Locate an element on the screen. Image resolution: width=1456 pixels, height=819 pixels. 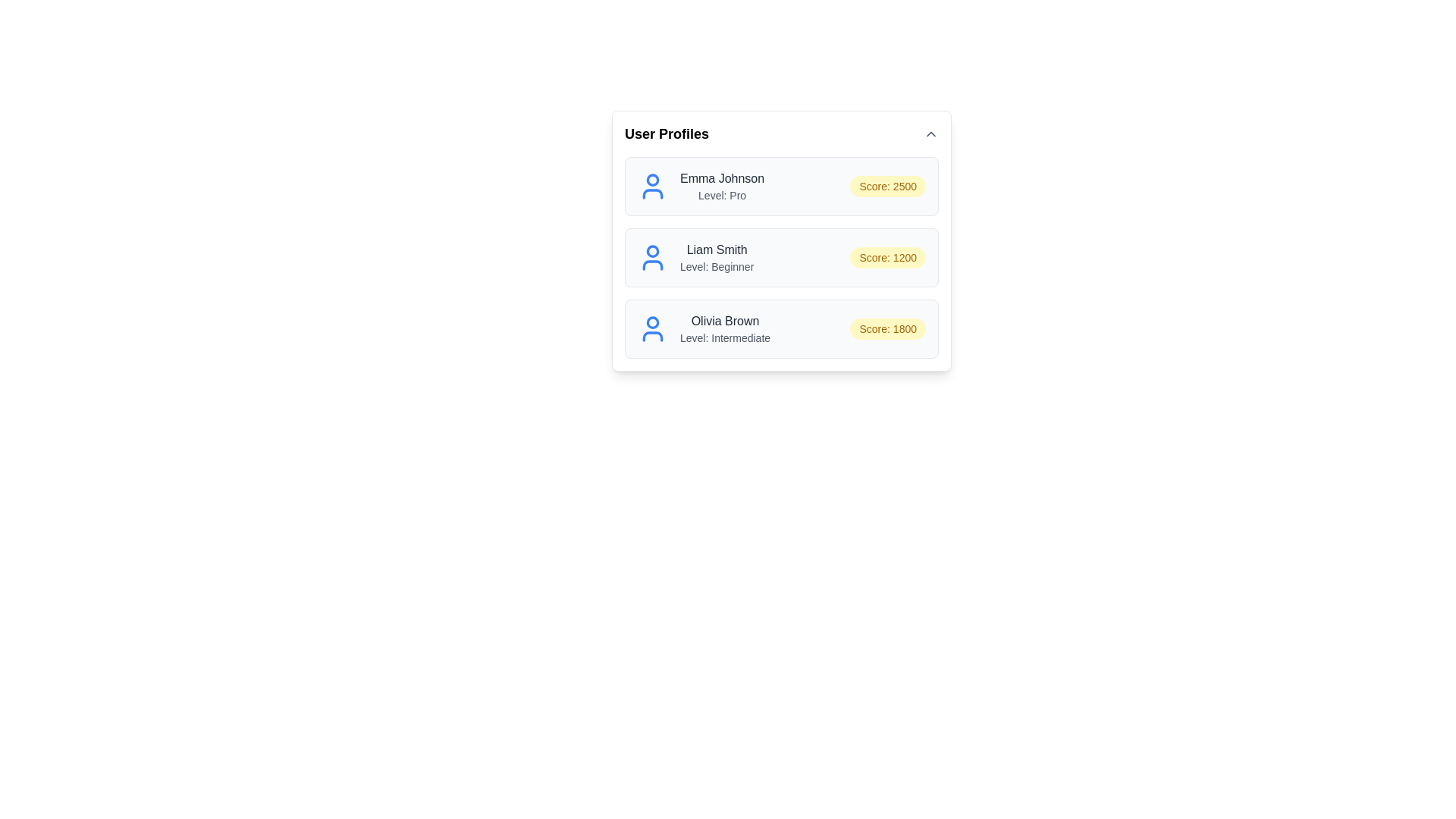
the upward-pointing chevron icon button located to the right of the 'User Profiles' header is located at coordinates (930, 133).